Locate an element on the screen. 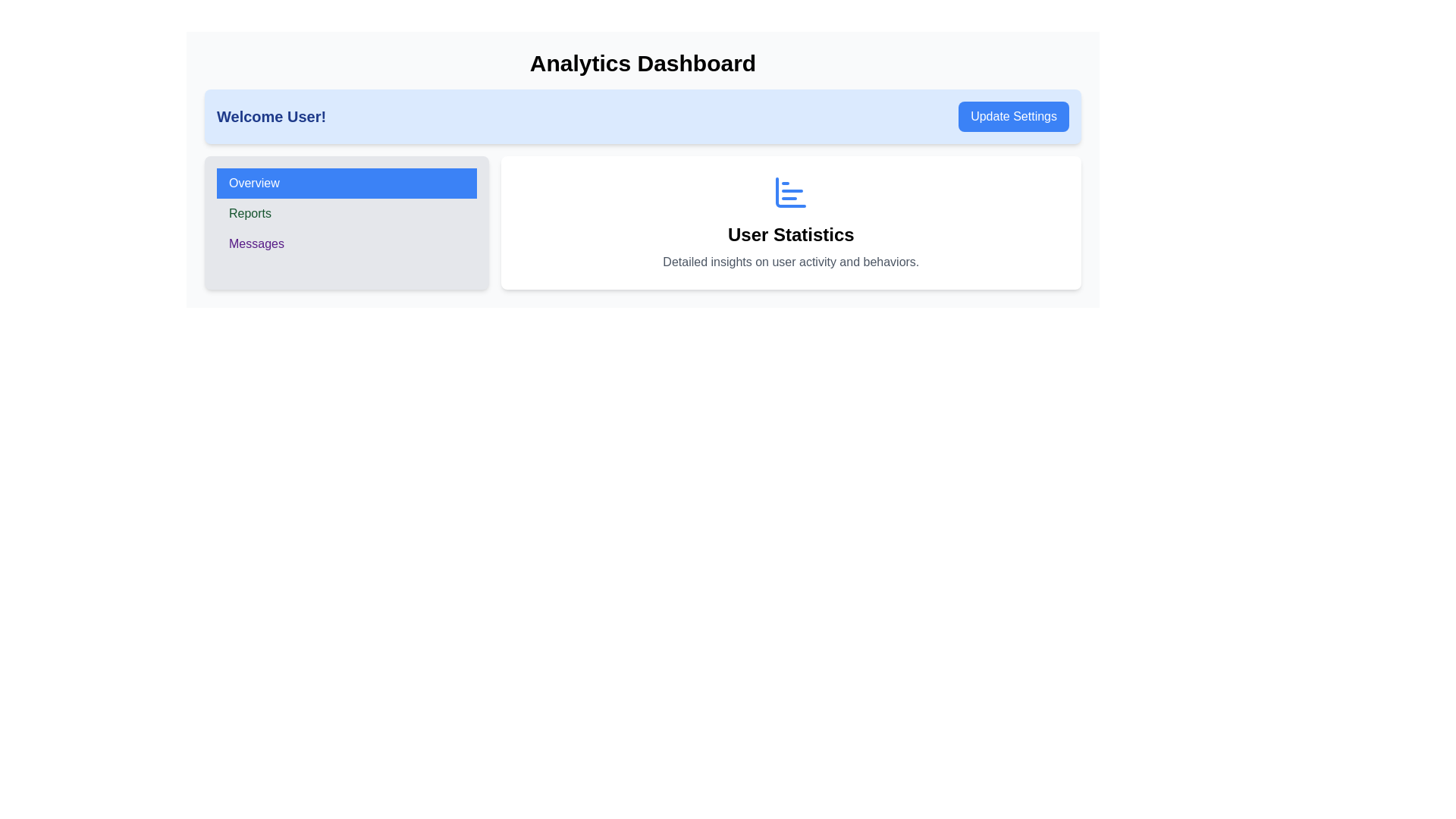 The height and width of the screenshot is (819, 1456). the third button in the left-side panel is located at coordinates (346, 243).